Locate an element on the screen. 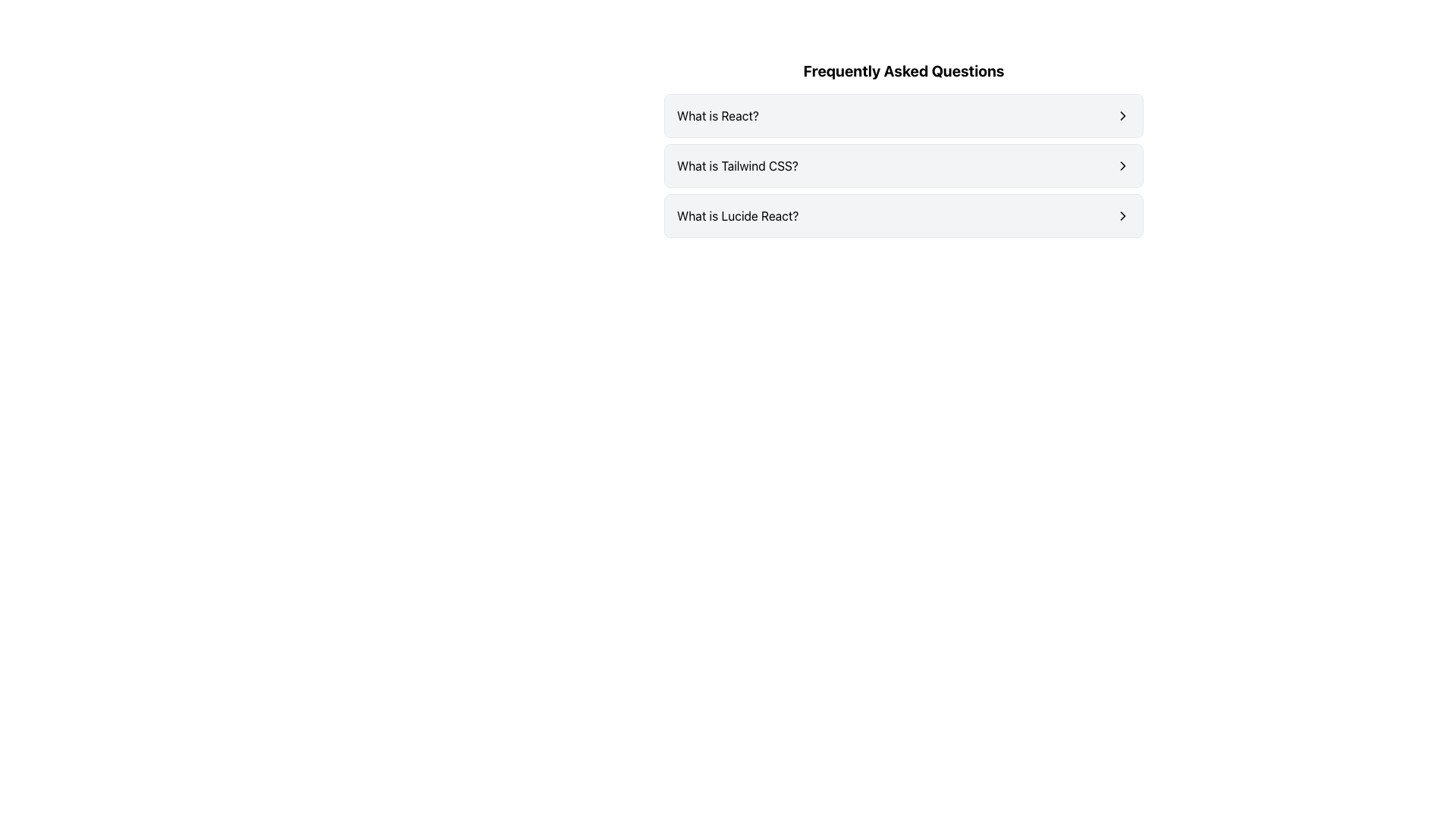 Image resolution: width=1456 pixels, height=819 pixels. the FAQ entry button located at the top of the vertically stacked list, which is positioned above the entries for 'What is Tailwind CSS?' and 'What is Lucide React?' is located at coordinates (903, 115).